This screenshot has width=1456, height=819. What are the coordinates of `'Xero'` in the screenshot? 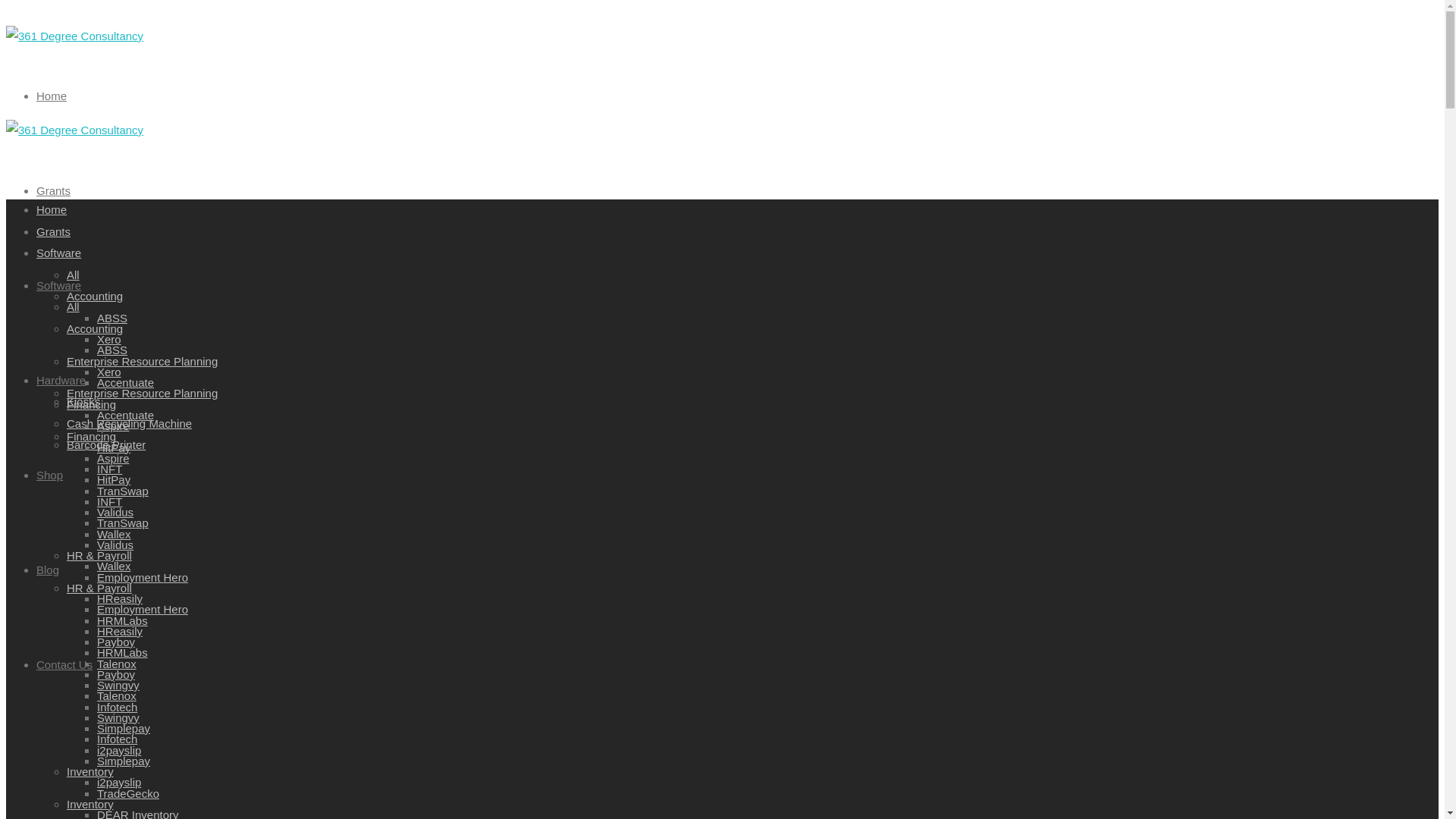 It's located at (96, 338).